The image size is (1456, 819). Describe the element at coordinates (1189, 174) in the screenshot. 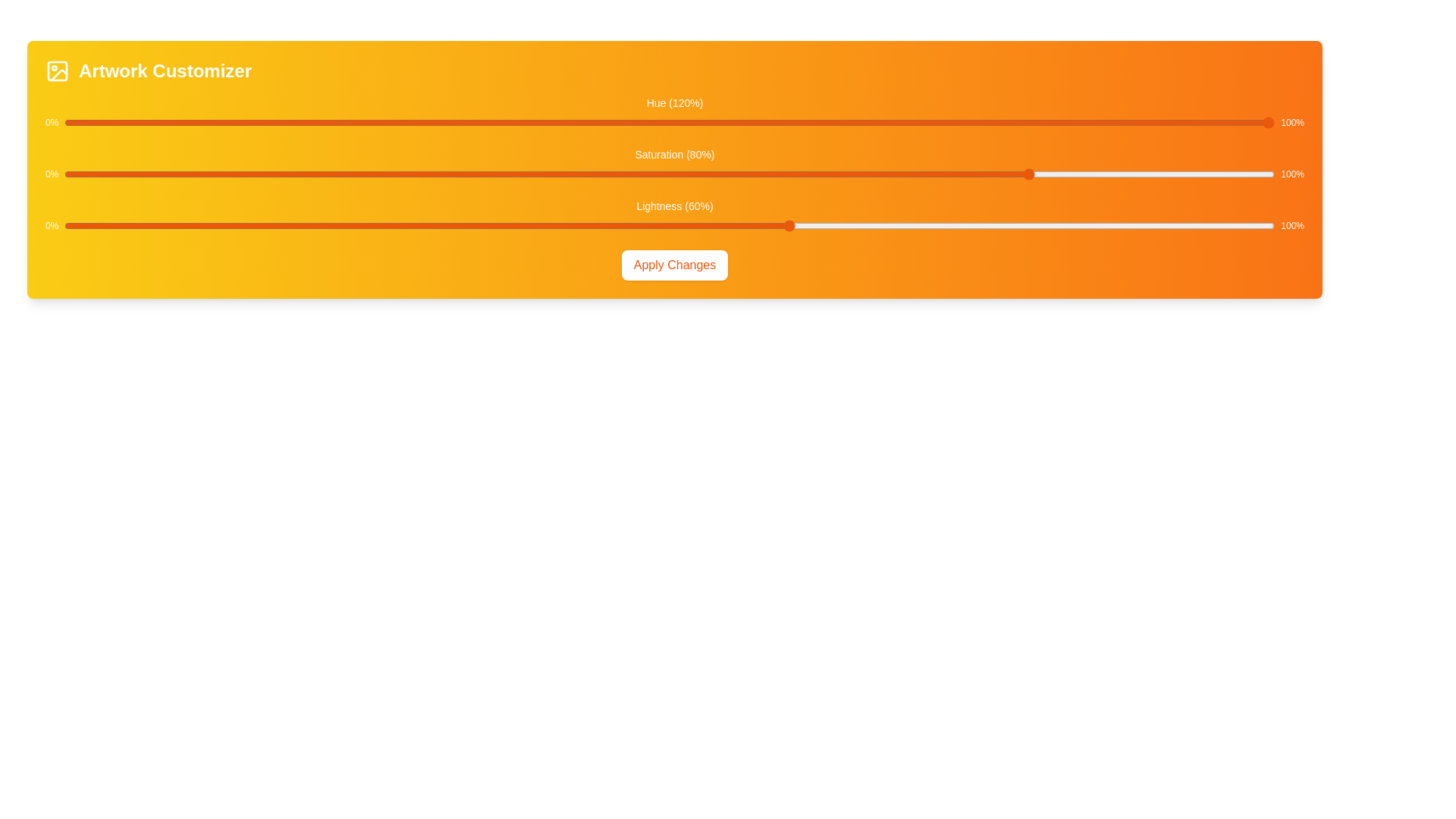

I see `the saturation slider to set its value to 93%` at that location.